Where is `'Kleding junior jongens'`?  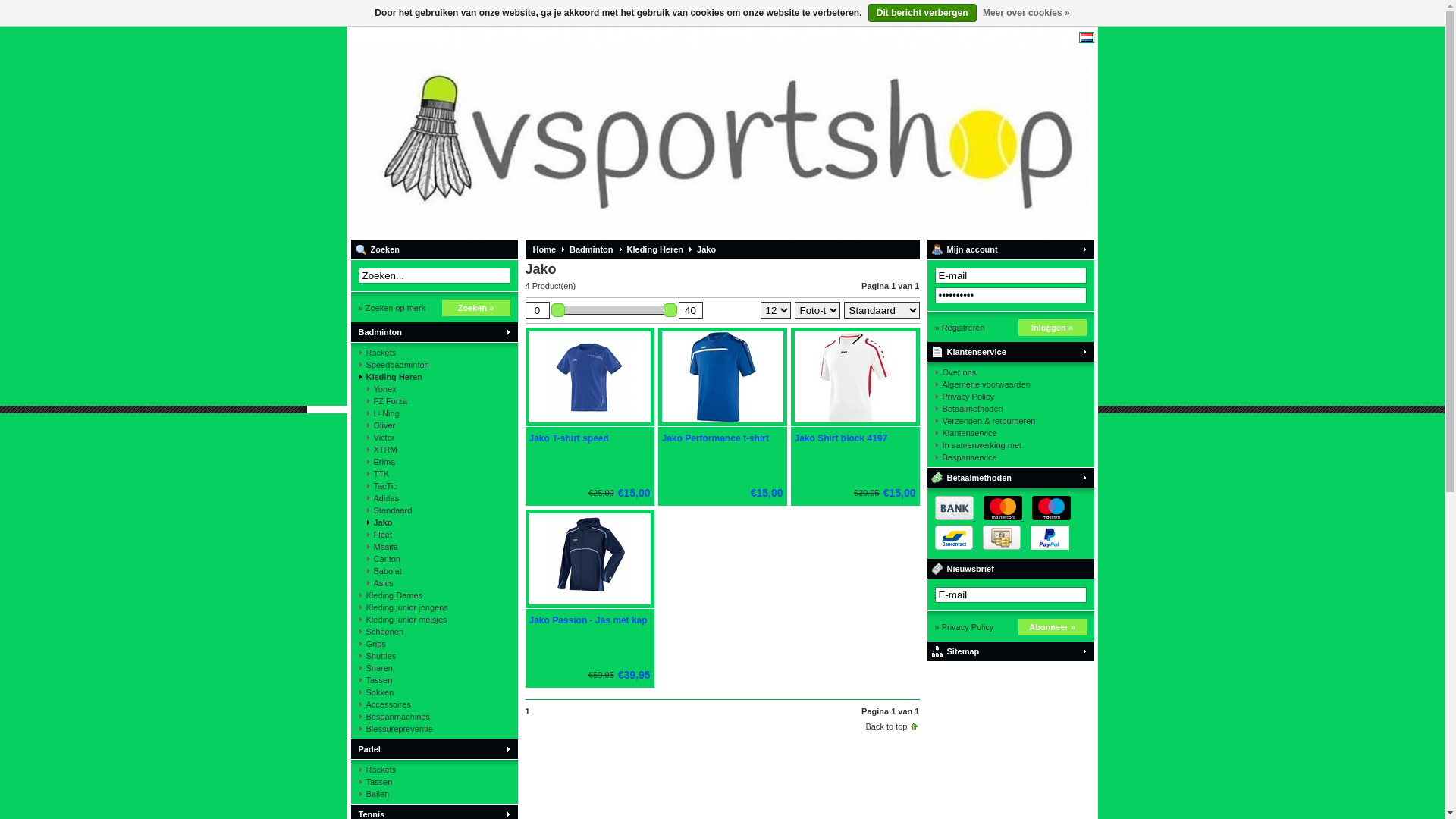
'Kleding junior jongens' is located at coordinates (432, 607).